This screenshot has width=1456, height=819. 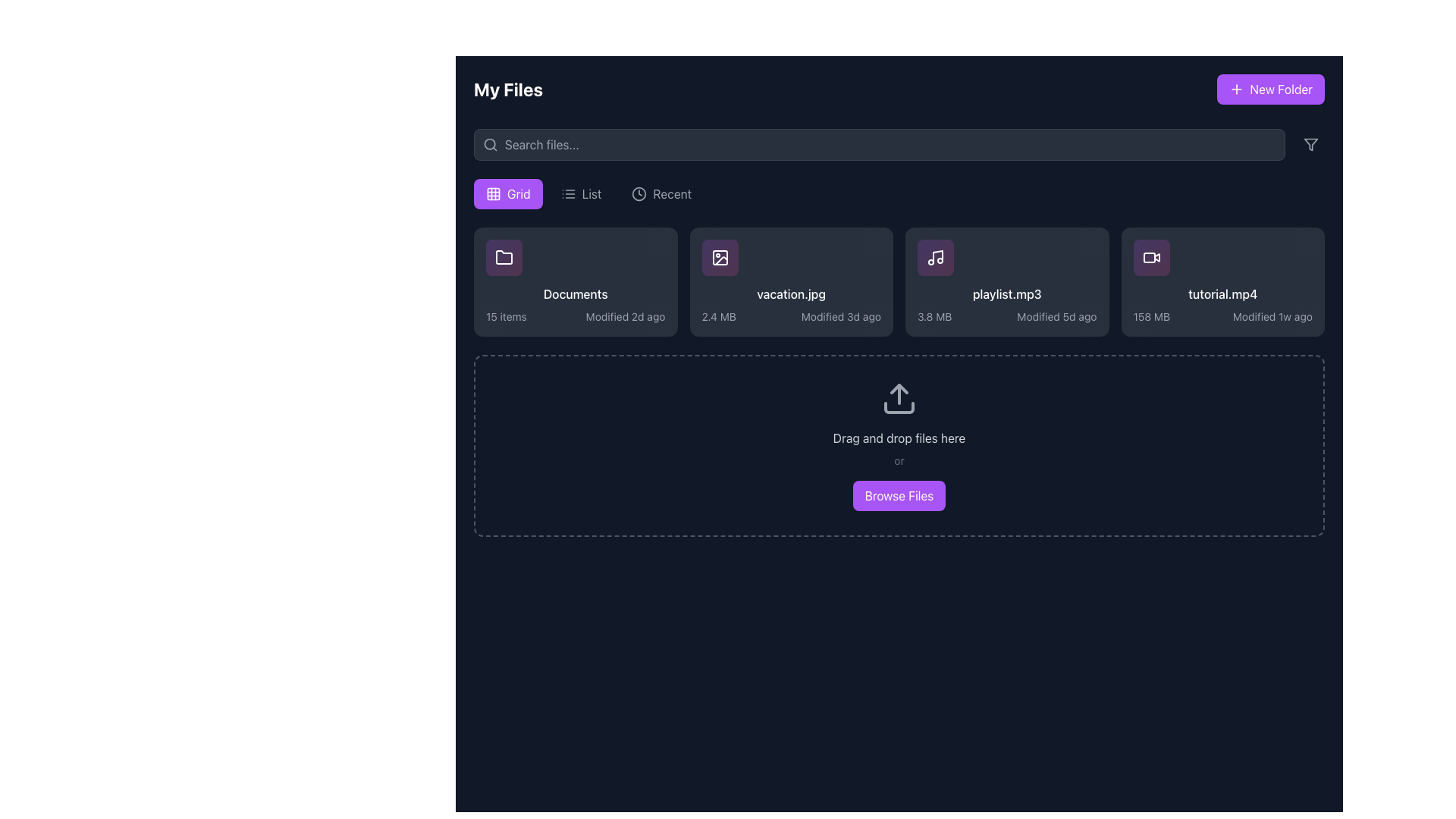 What do you see at coordinates (1304, 256) in the screenshot?
I see `the menu toggler button located in the top-right corner of the 'tutorial.mp4' card` at bounding box center [1304, 256].